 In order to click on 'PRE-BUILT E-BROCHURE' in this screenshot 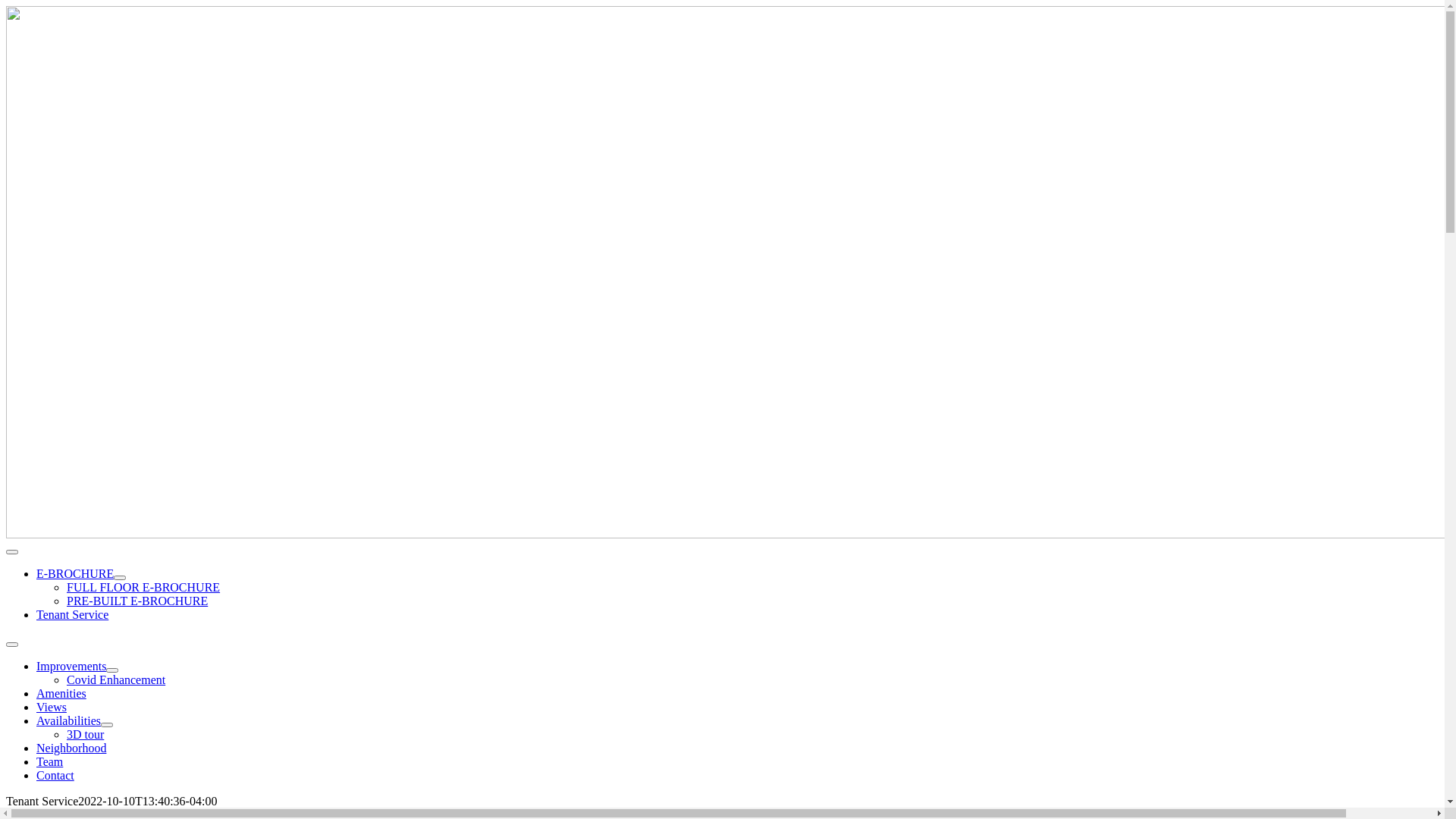, I will do `click(137, 600)`.